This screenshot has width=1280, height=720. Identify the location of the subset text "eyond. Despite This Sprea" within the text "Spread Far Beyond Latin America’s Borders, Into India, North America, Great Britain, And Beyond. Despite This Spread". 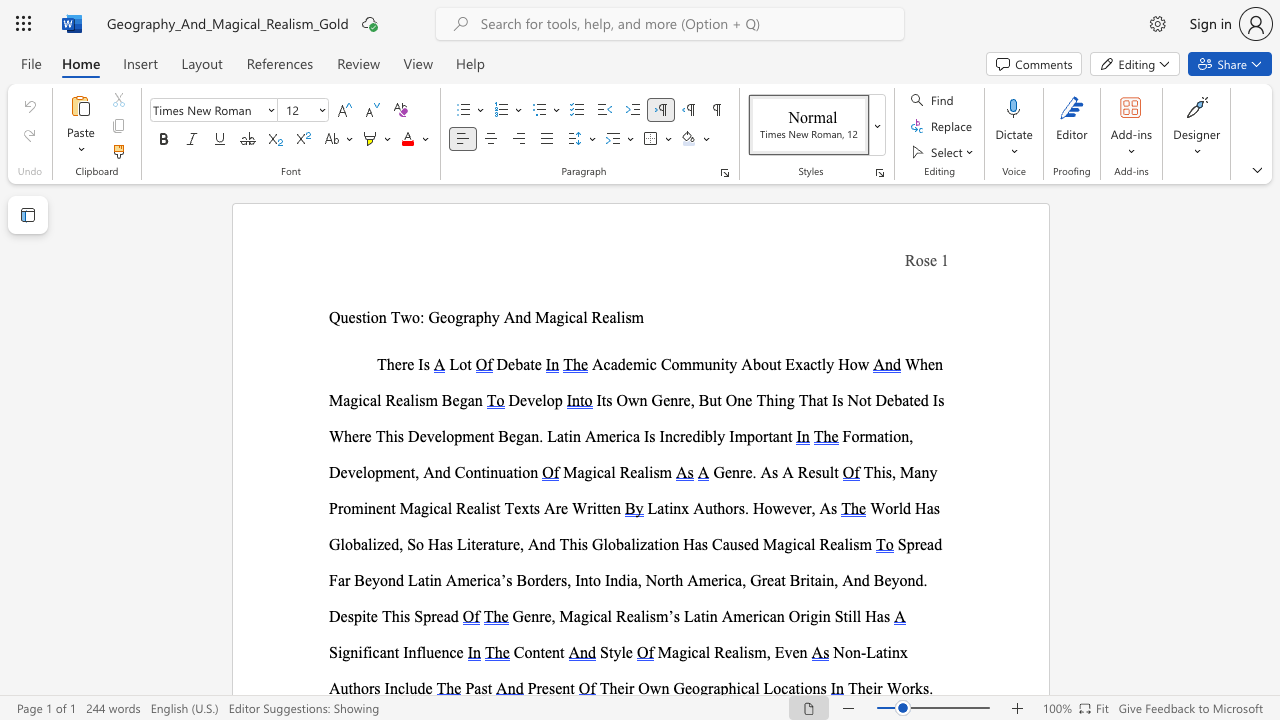
(883, 580).